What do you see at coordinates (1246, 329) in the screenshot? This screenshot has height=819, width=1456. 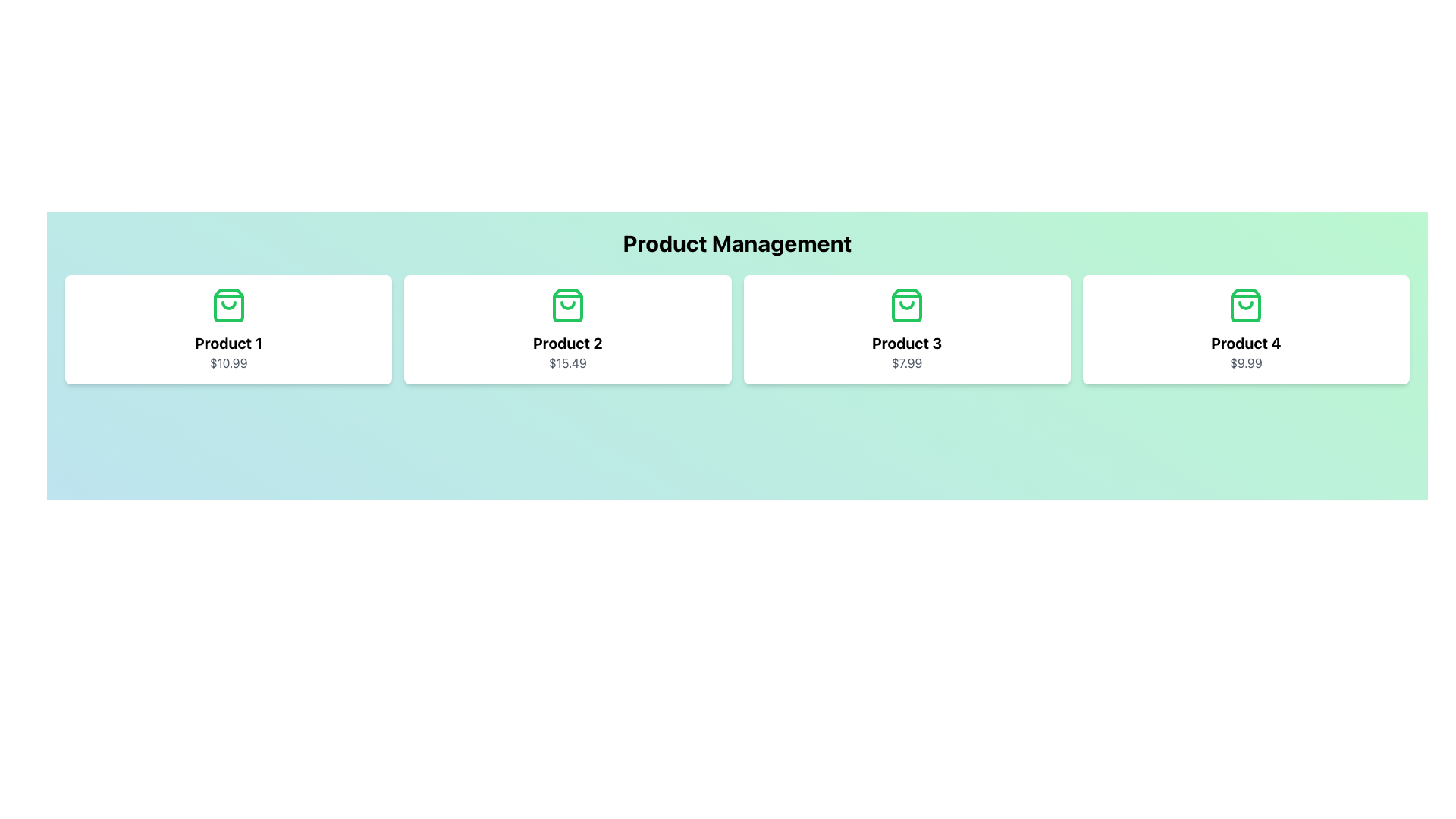 I see `the product card labeled 'Product 4' with a price of $9.99, which is the fourth item in the 'Product Management' section` at bounding box center [1246, 329].